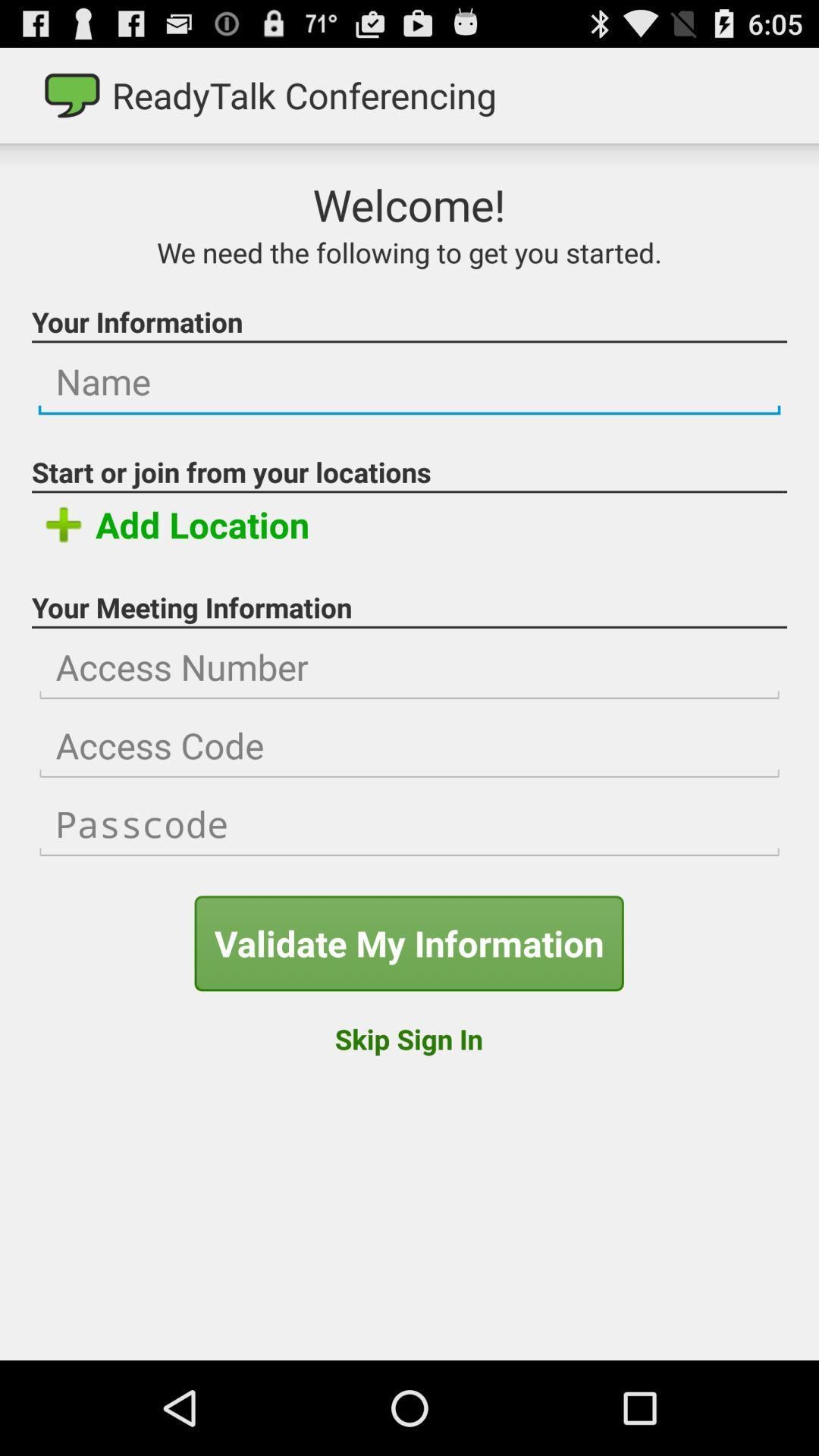 Image resolution: width=819 pixels, height=1456 pixels. What do you see at coordinates (409, 667) in the screenshot?
I see `access number` at bounding box center [409, 667].